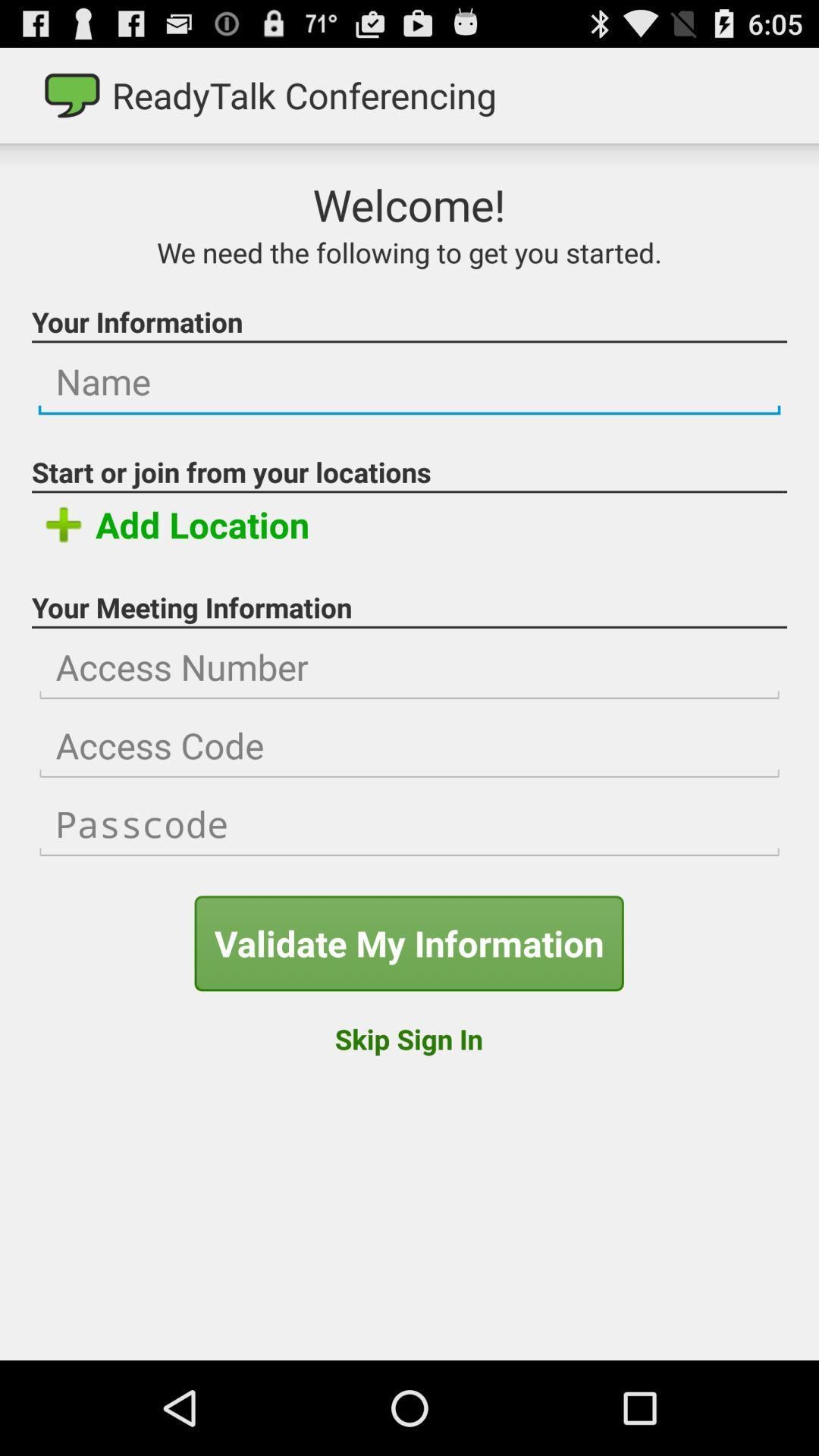 Image resolution: width=819 pixels, height=1456 pixels. What do you see at coordinates (409, 667) in the screenshot?
I see `access number` at bounding box center [409, 667].